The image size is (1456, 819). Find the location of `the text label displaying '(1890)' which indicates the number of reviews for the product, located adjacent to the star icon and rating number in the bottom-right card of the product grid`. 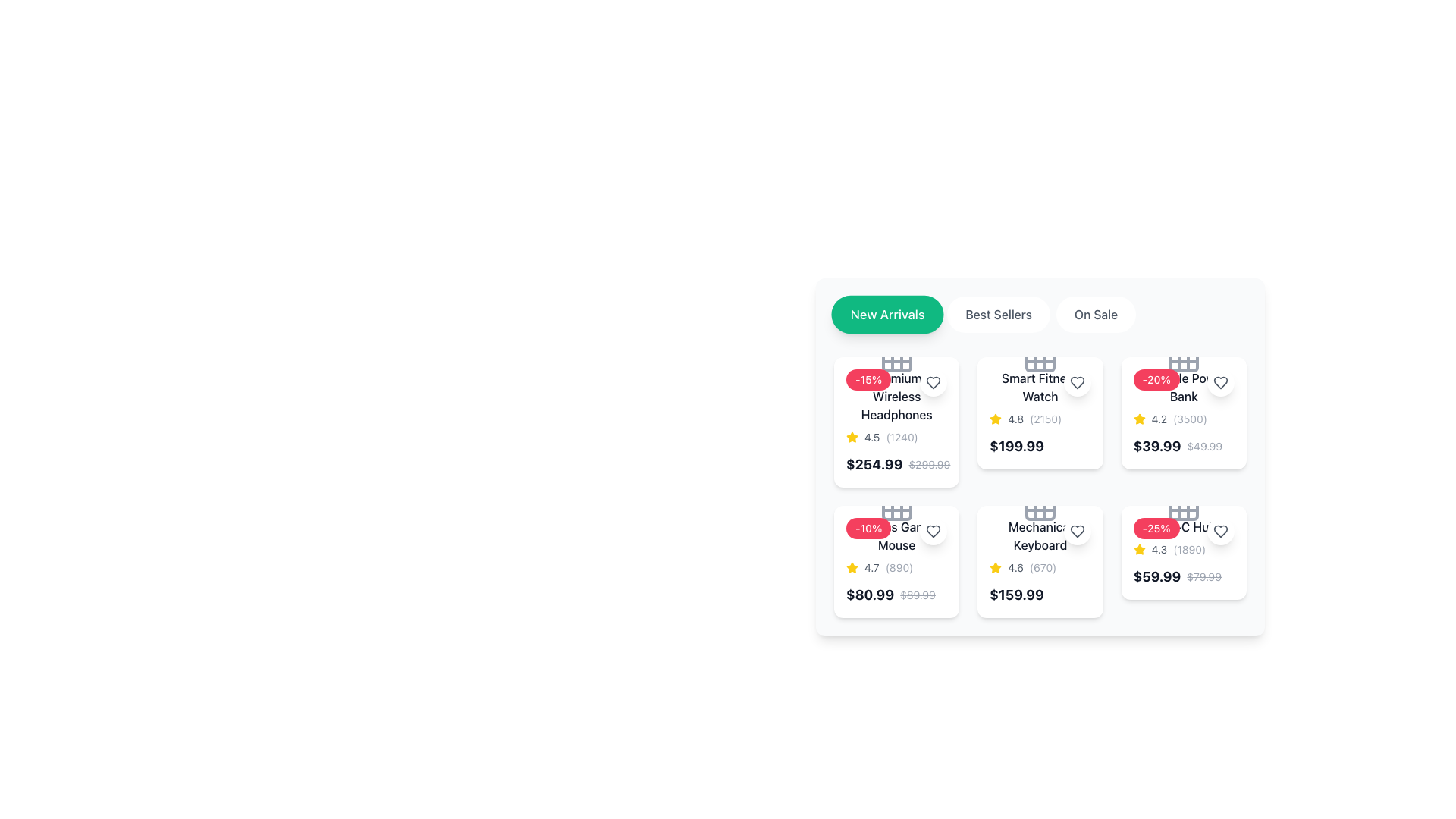

the text label displaying '(1890)' which indicates the number of reviews for the product, located adjacent to the star icon and rating number in the bottom-right card of the product grid is located at coordinates (1188, 550).